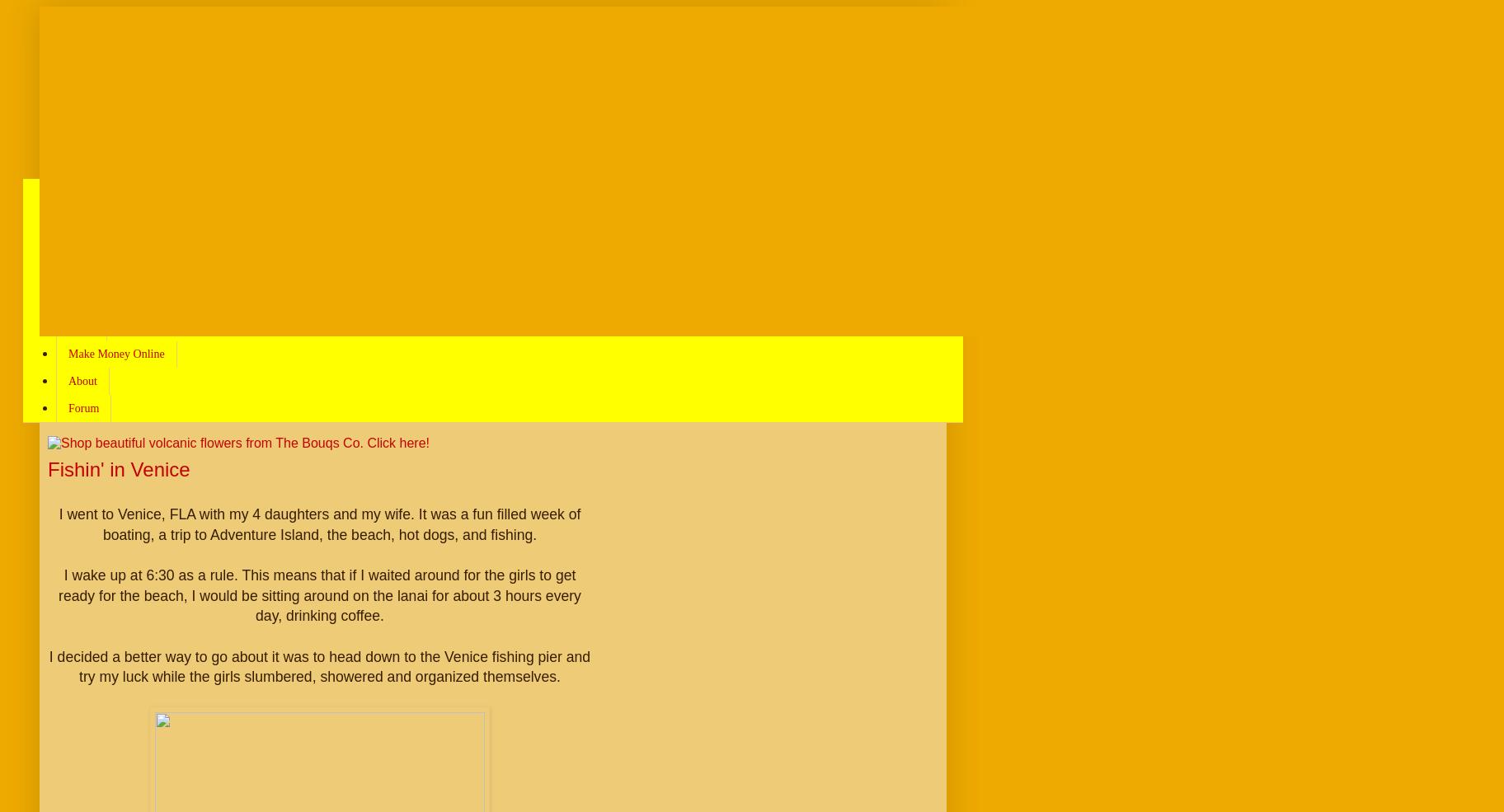  I want to click on 'Greatest Hits', so click(97, 245).